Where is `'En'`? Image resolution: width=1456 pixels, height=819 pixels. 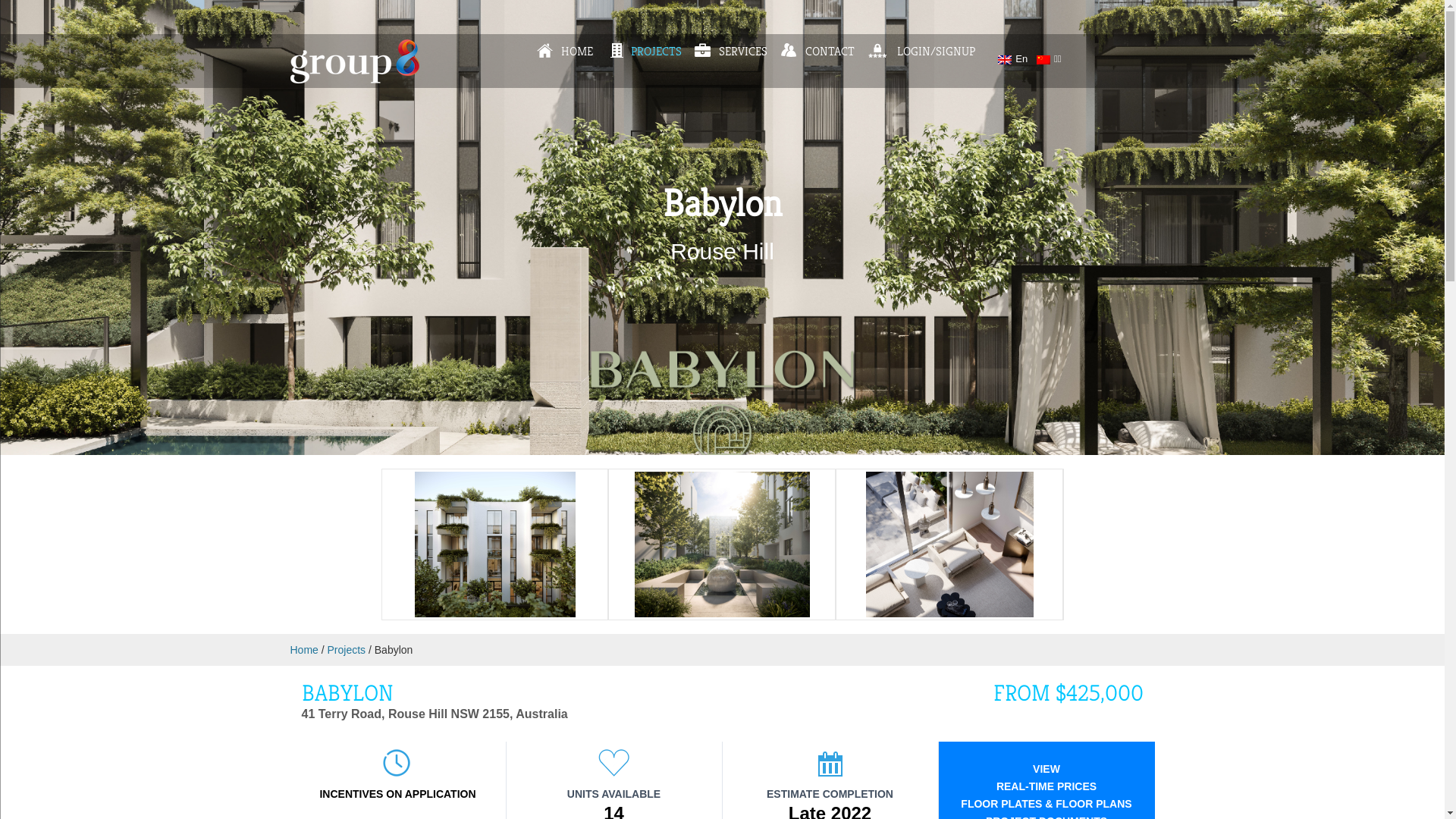 'En' is located at coordinates (1012, 58).